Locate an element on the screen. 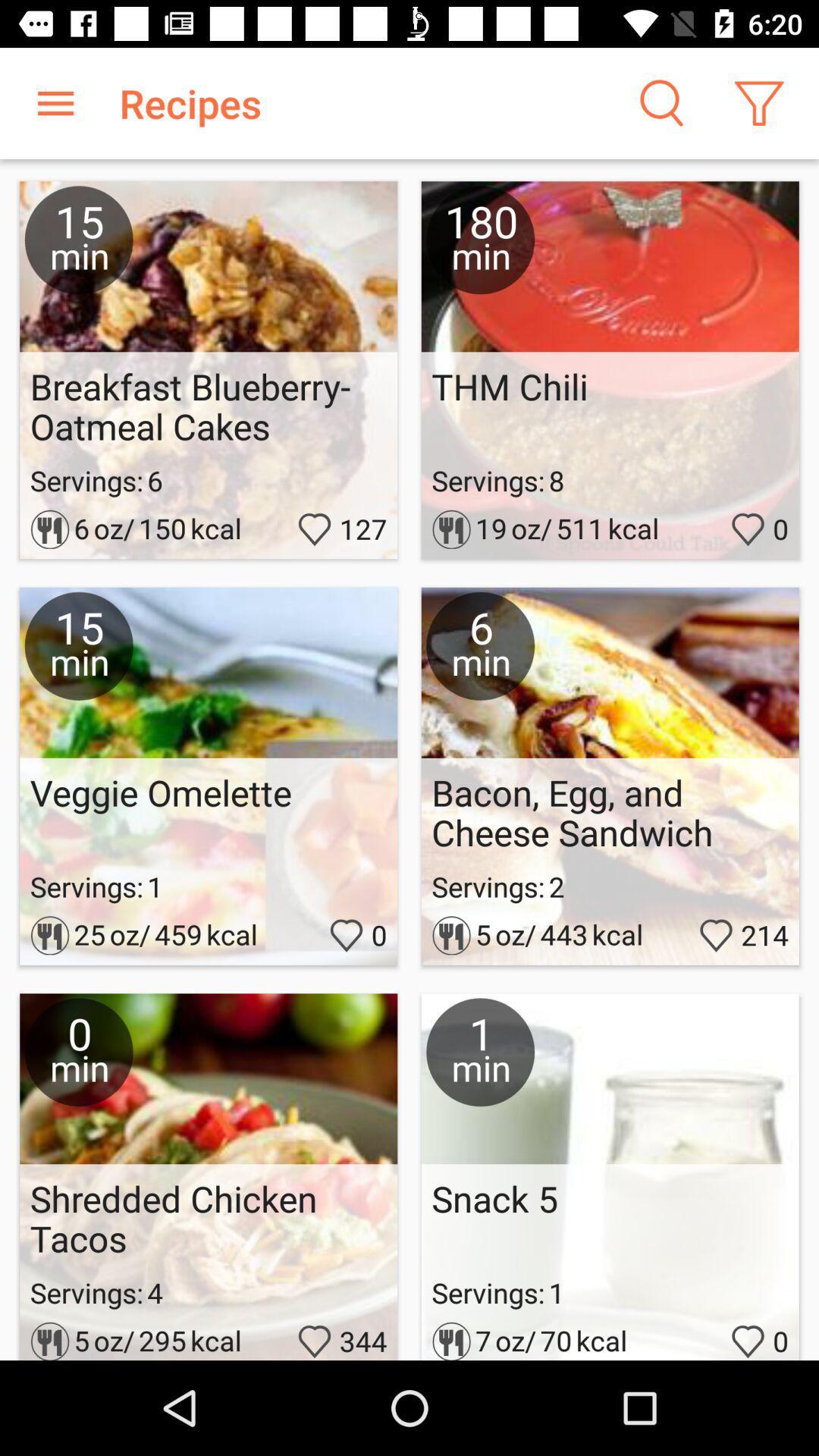 The image size is (819, 1456). filter options is located at coordinates (759, 102).